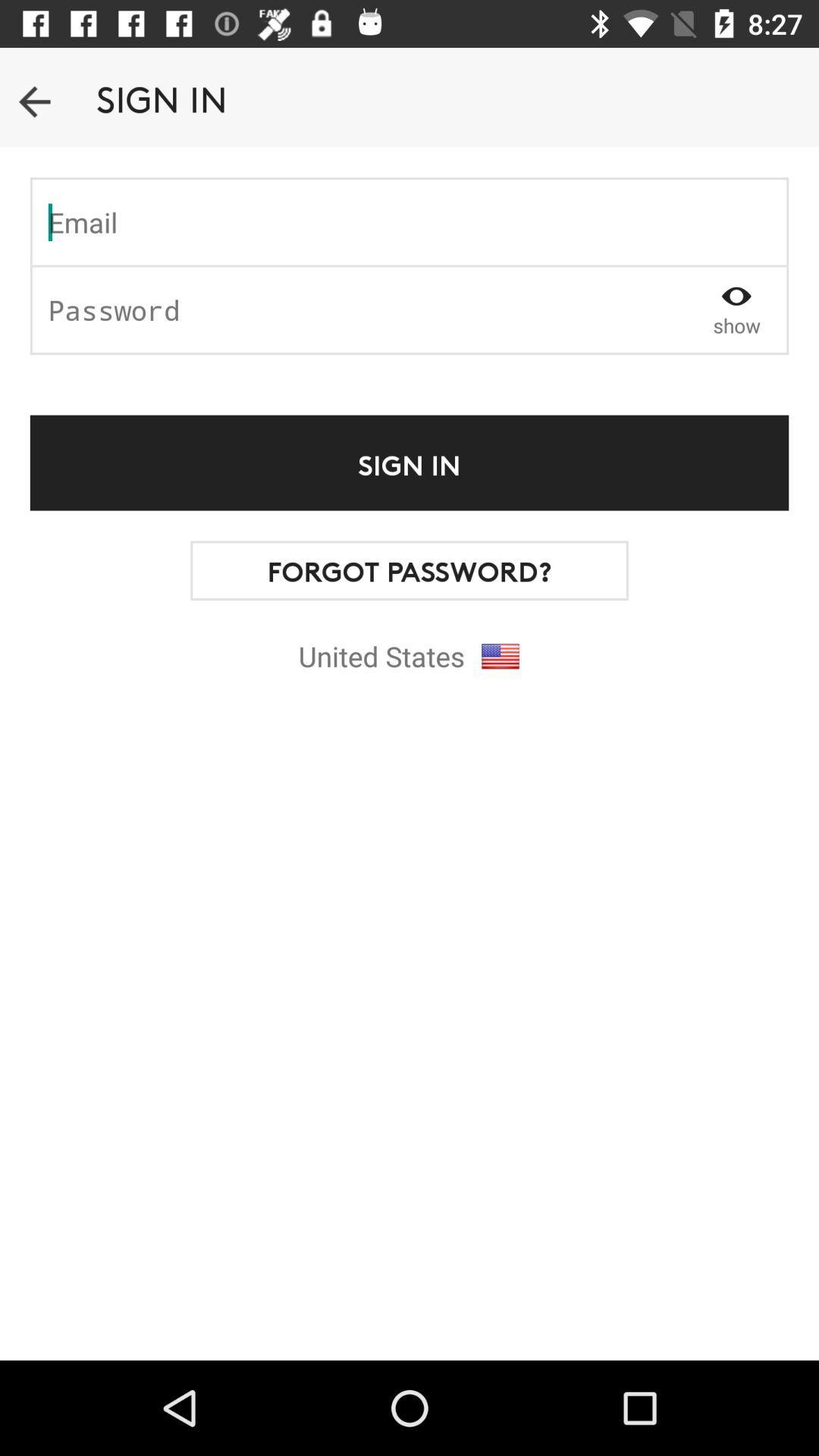 This screenshot has height=1456, width=819. I want to click on the text right to password filling option, so click(736, 309).